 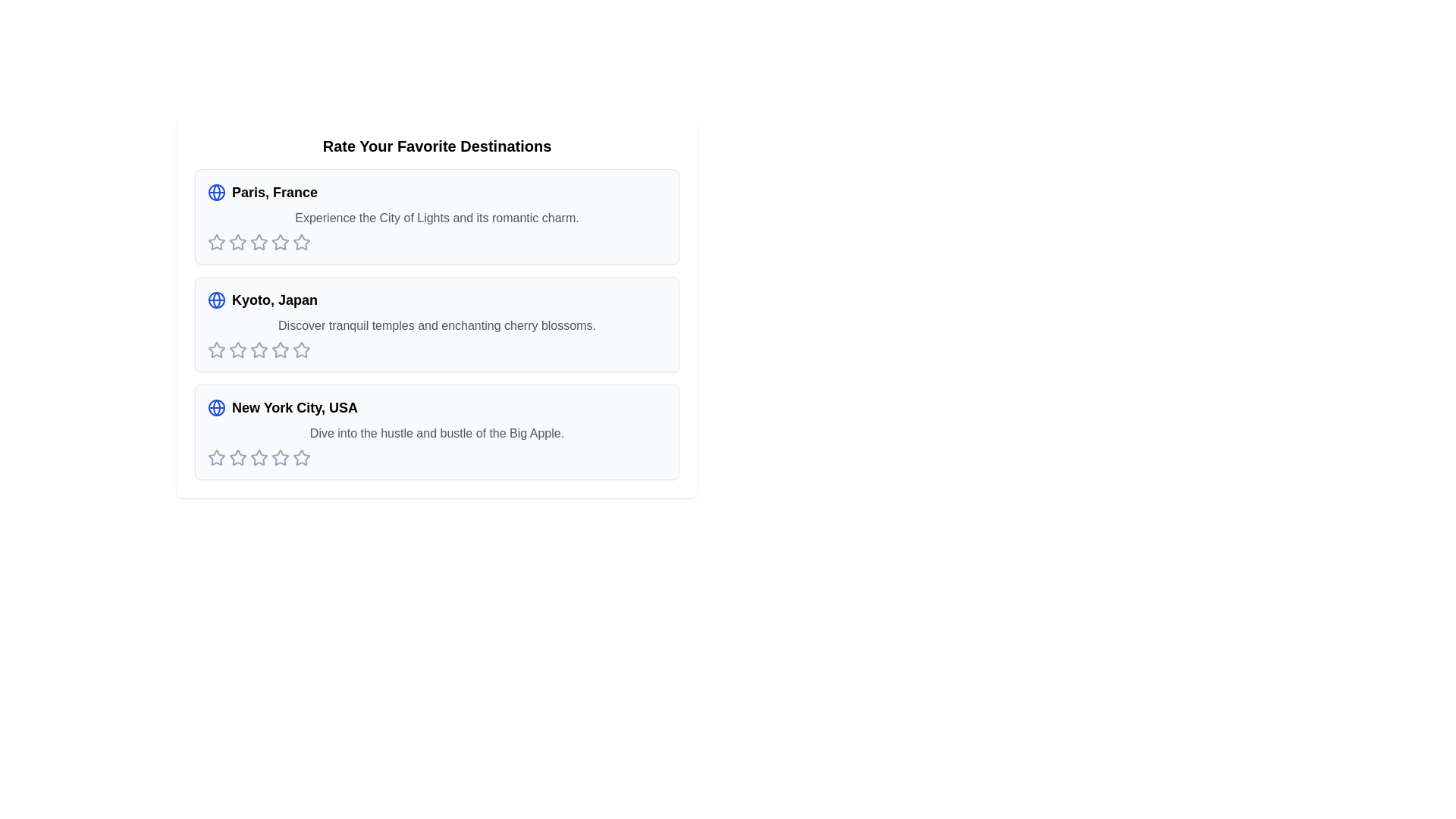 What do you see at coordinates (302, 457) in the screenshot?
I see `the fifth star icon for rating located beneath the 'New York City, USA' section` at bounding box center [302, 457].